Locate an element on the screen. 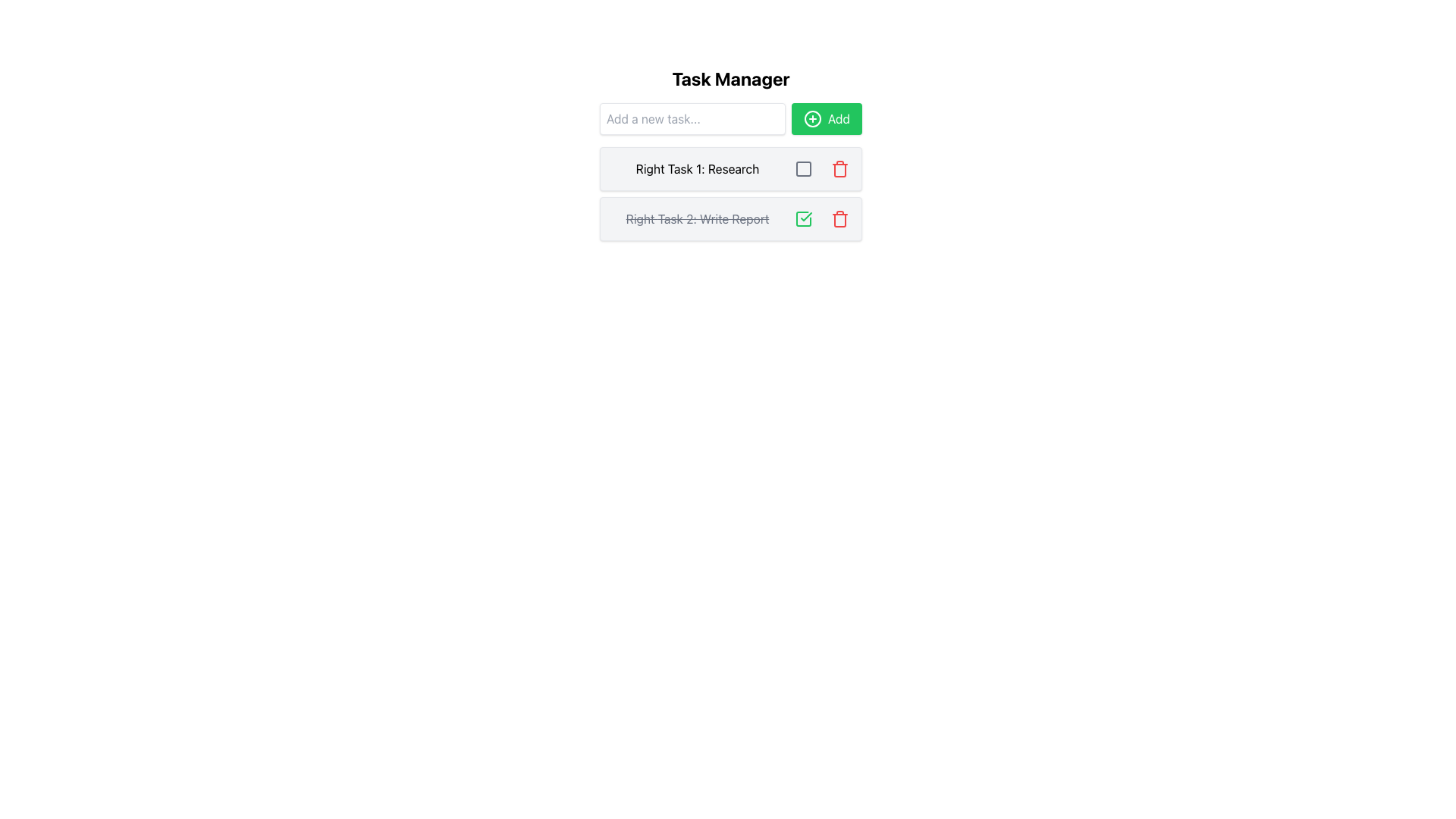 This screenshot has height=819, width=1456. the green checkmark icon in the Checkbox with a custom SVG design is located at coordinates (803, 219).